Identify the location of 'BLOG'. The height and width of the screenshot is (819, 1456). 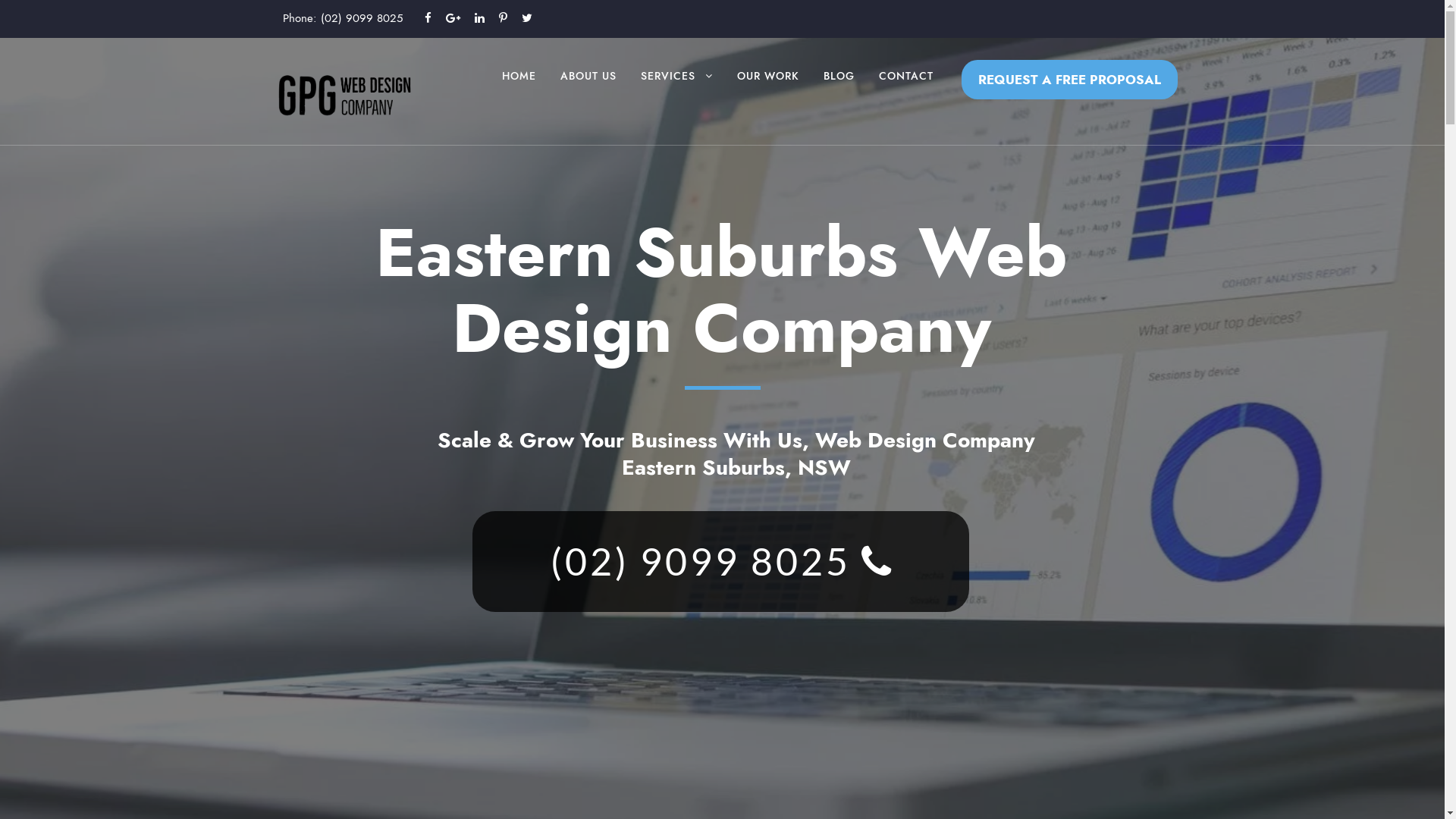
(838, 90).